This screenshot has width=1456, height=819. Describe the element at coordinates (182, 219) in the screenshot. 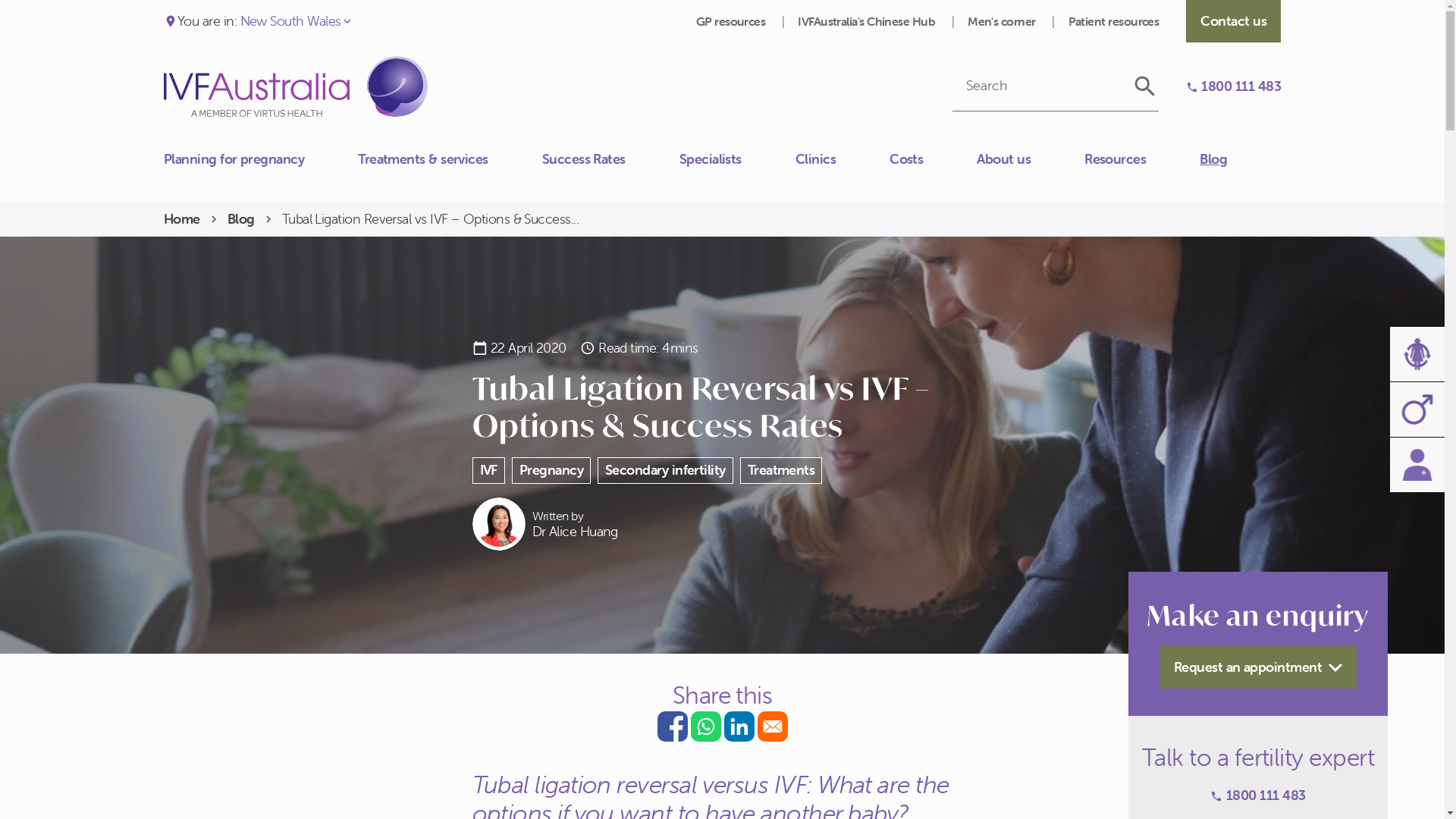

I see `'Home'` at that location.